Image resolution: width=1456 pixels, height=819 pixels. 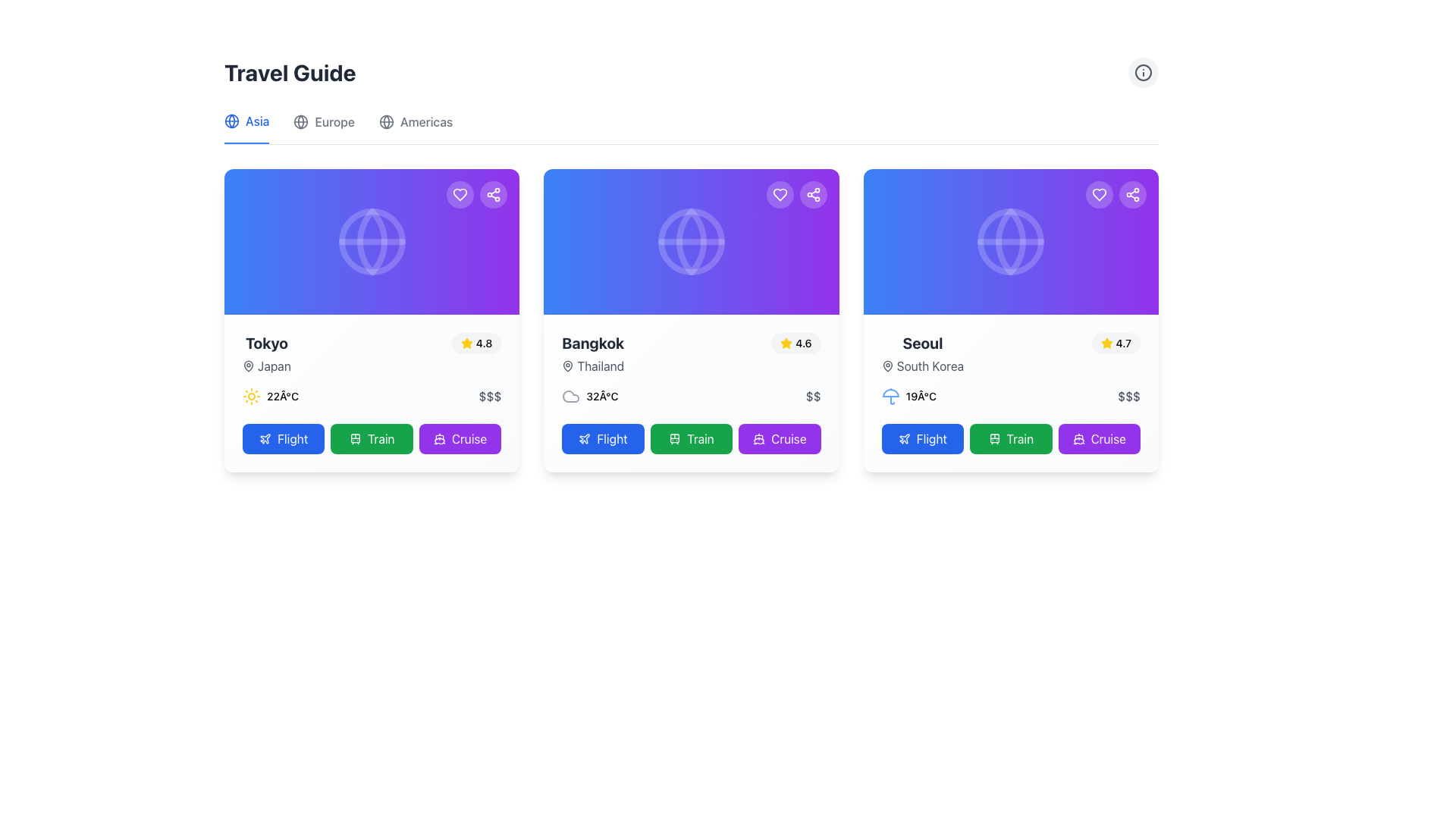 What do you see at coordinates (257, 120) in the screenshot?
I see `the text label displaying 'Asia', which is rendered in blue and positioned next to a globe-shaped icon in the navigation menu` at bounding box center [257, 120].